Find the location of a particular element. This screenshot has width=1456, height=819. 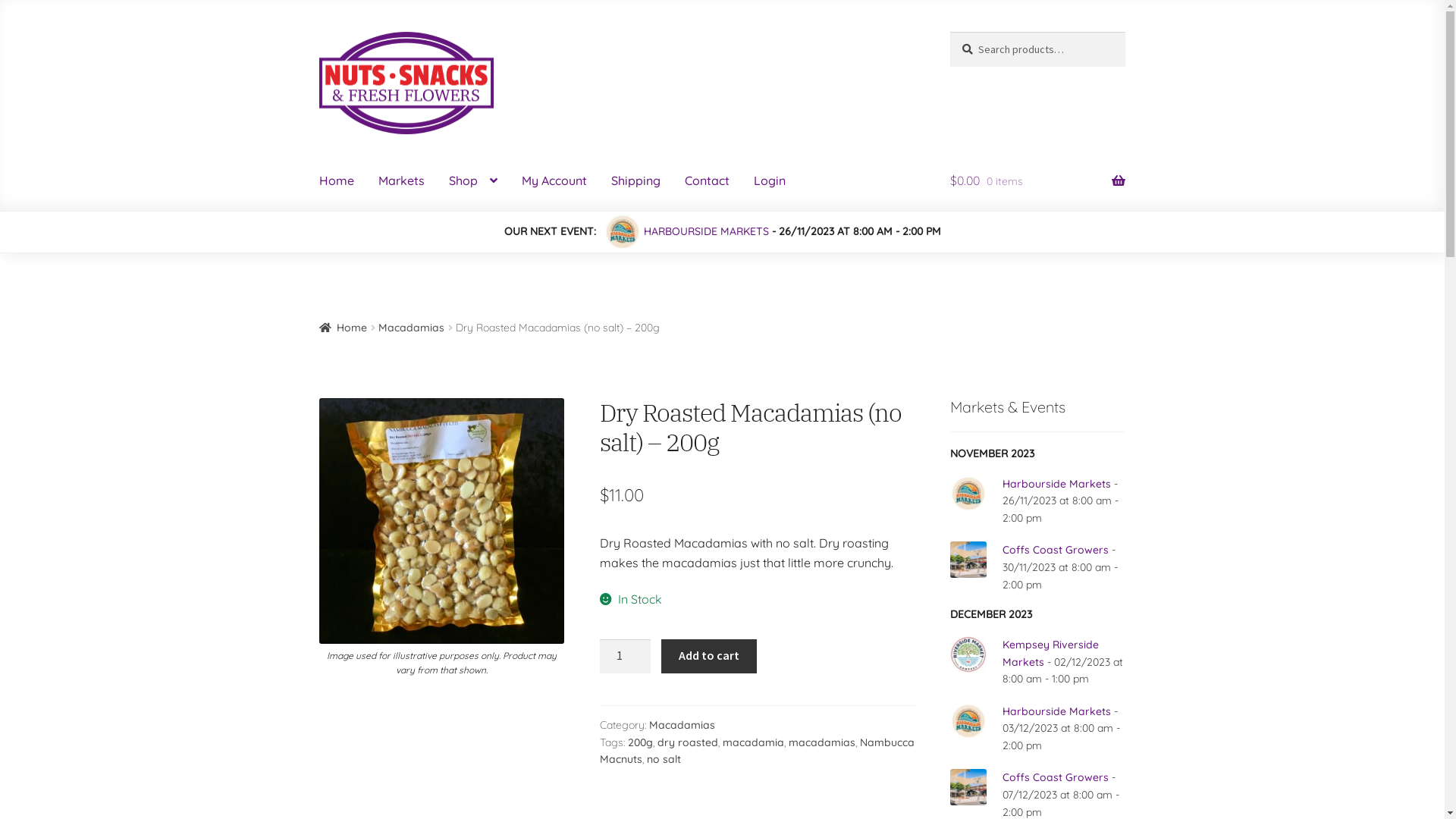

'Markets' is located at coordinates (401, 180).